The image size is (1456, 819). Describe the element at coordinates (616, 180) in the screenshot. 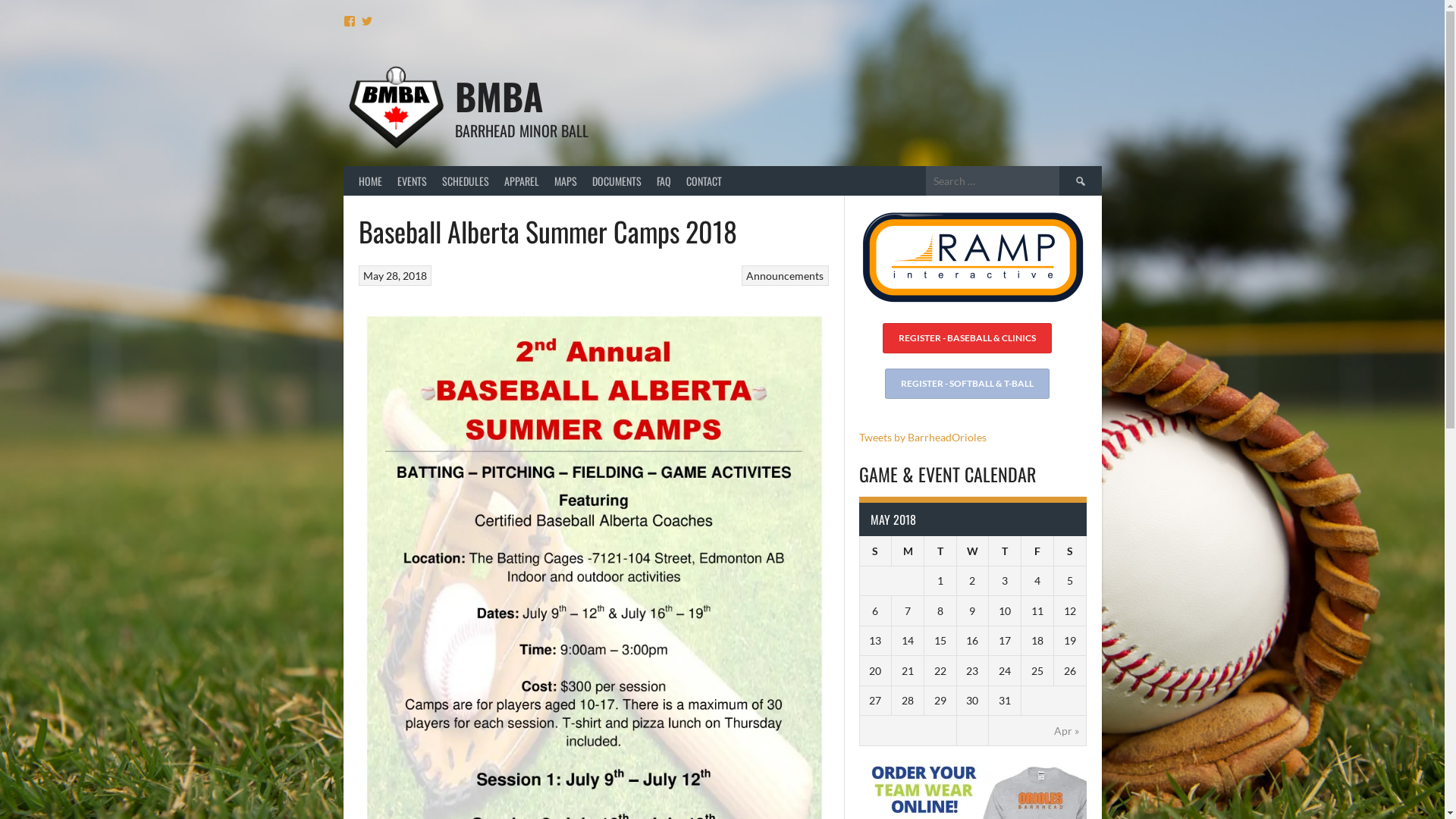

I see `'DOCUMENTS'` at that location.